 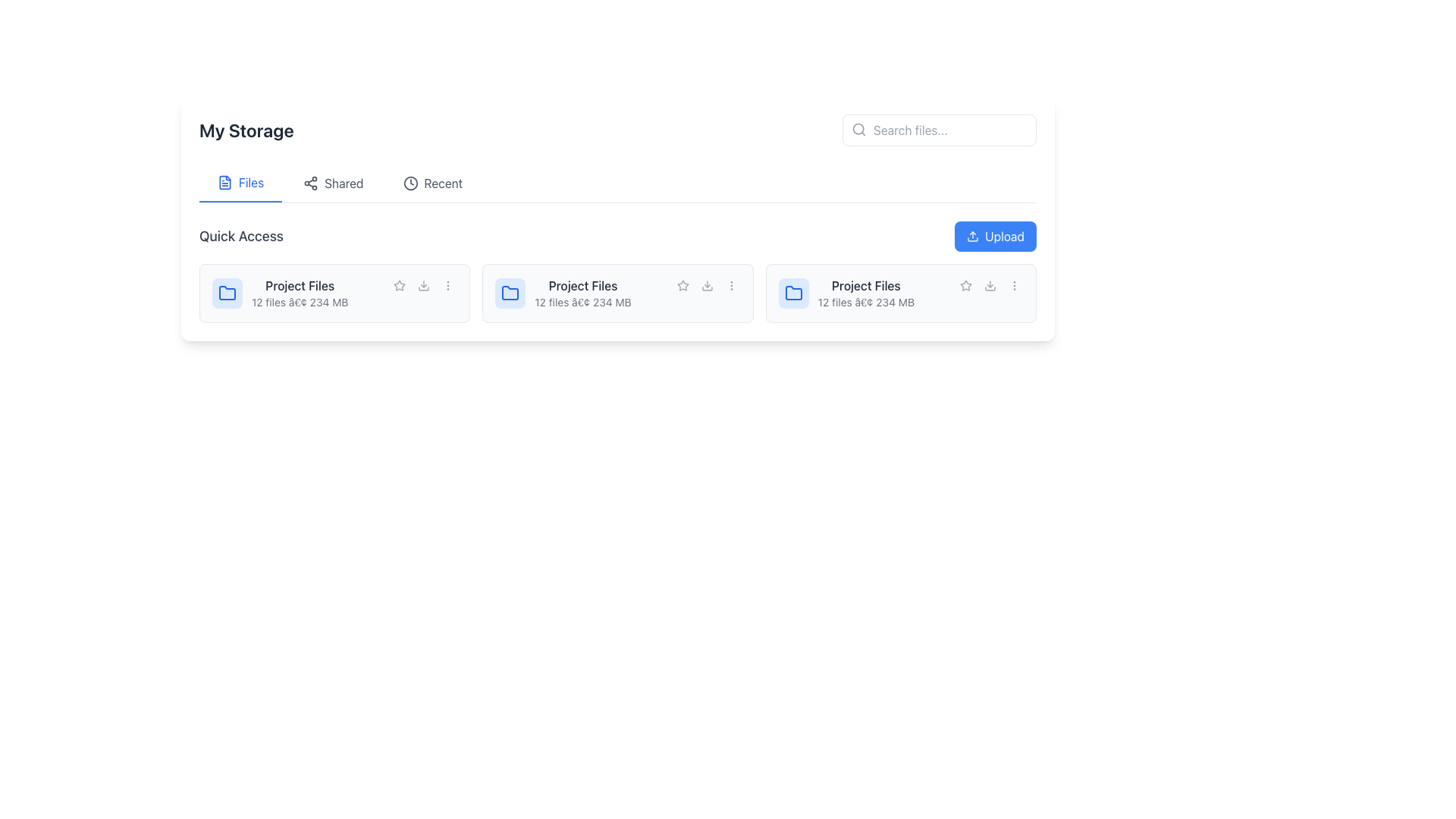 What do you see at coordinates (682, 286) in the screenshot?
I see `the first interactive star icon button in the action buttons cluster` at bounding box center [682, 286].